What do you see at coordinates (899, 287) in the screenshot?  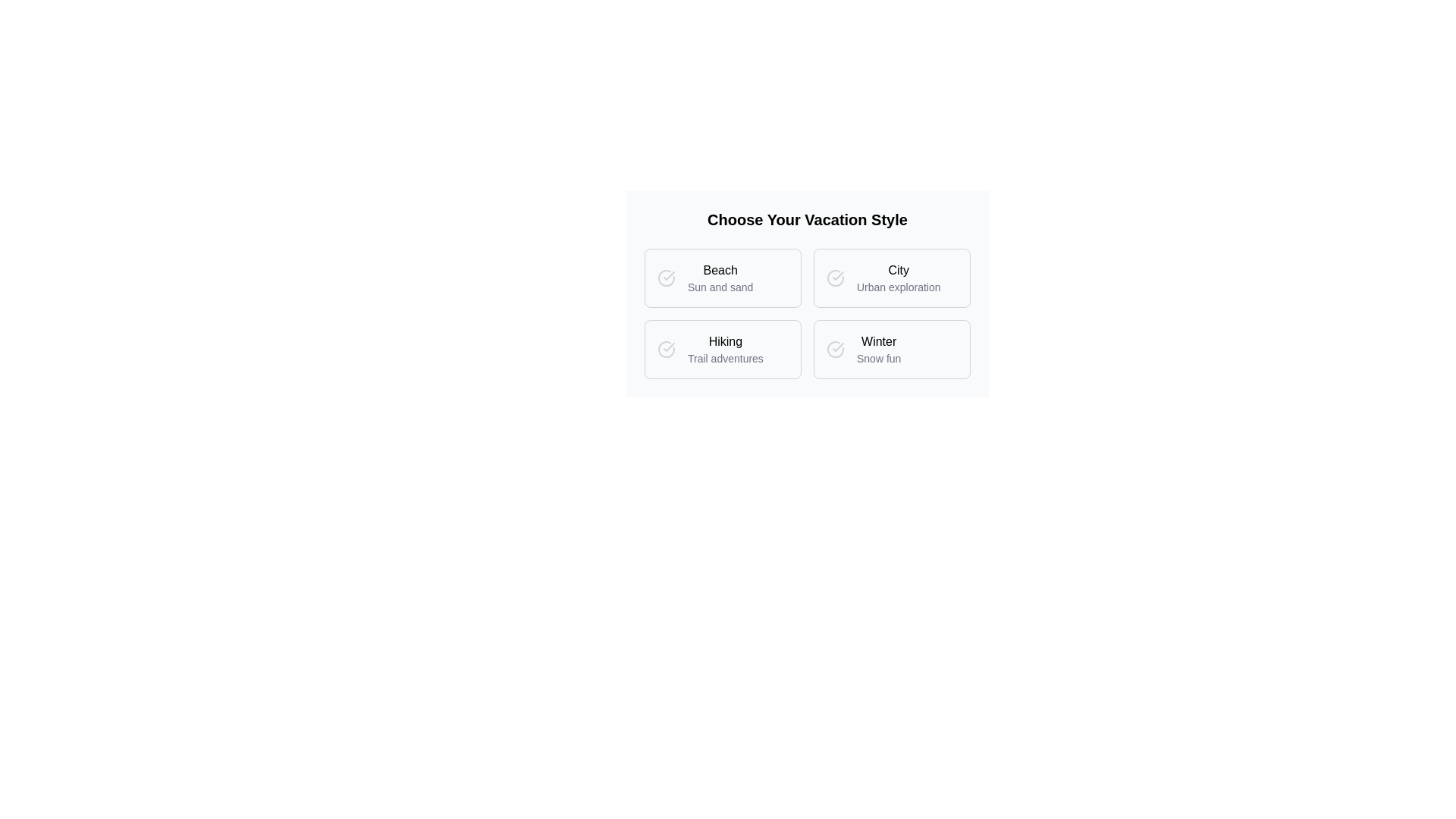 I see `the static text label that describes the 'City' vacation style option, located in the second column of a two-row by two-column grid, beneath the text 'City'` at bounding box center [899, 287].